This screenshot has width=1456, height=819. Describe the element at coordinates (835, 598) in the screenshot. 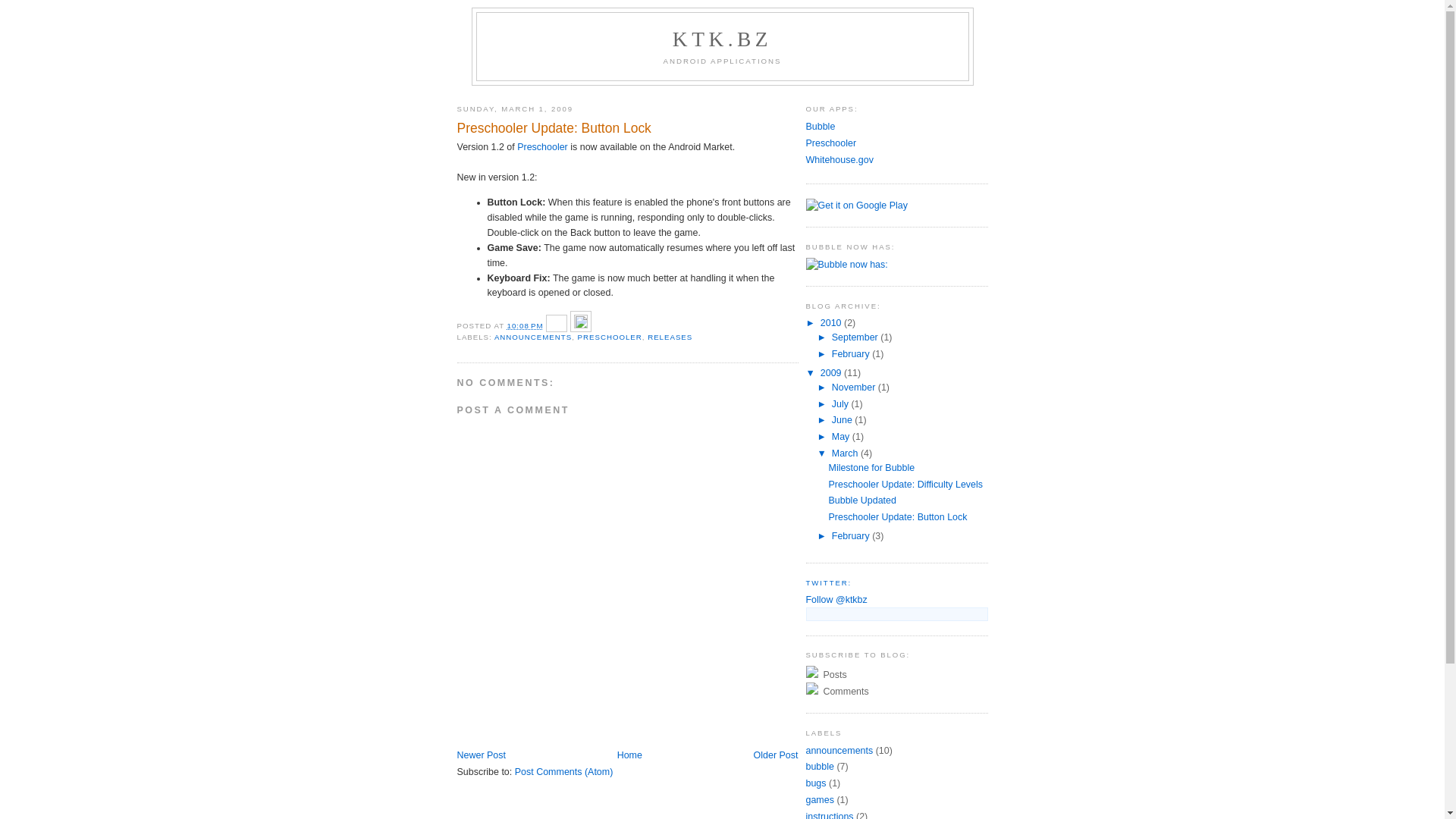

I see `'Follow @ktkbz'` at that location.